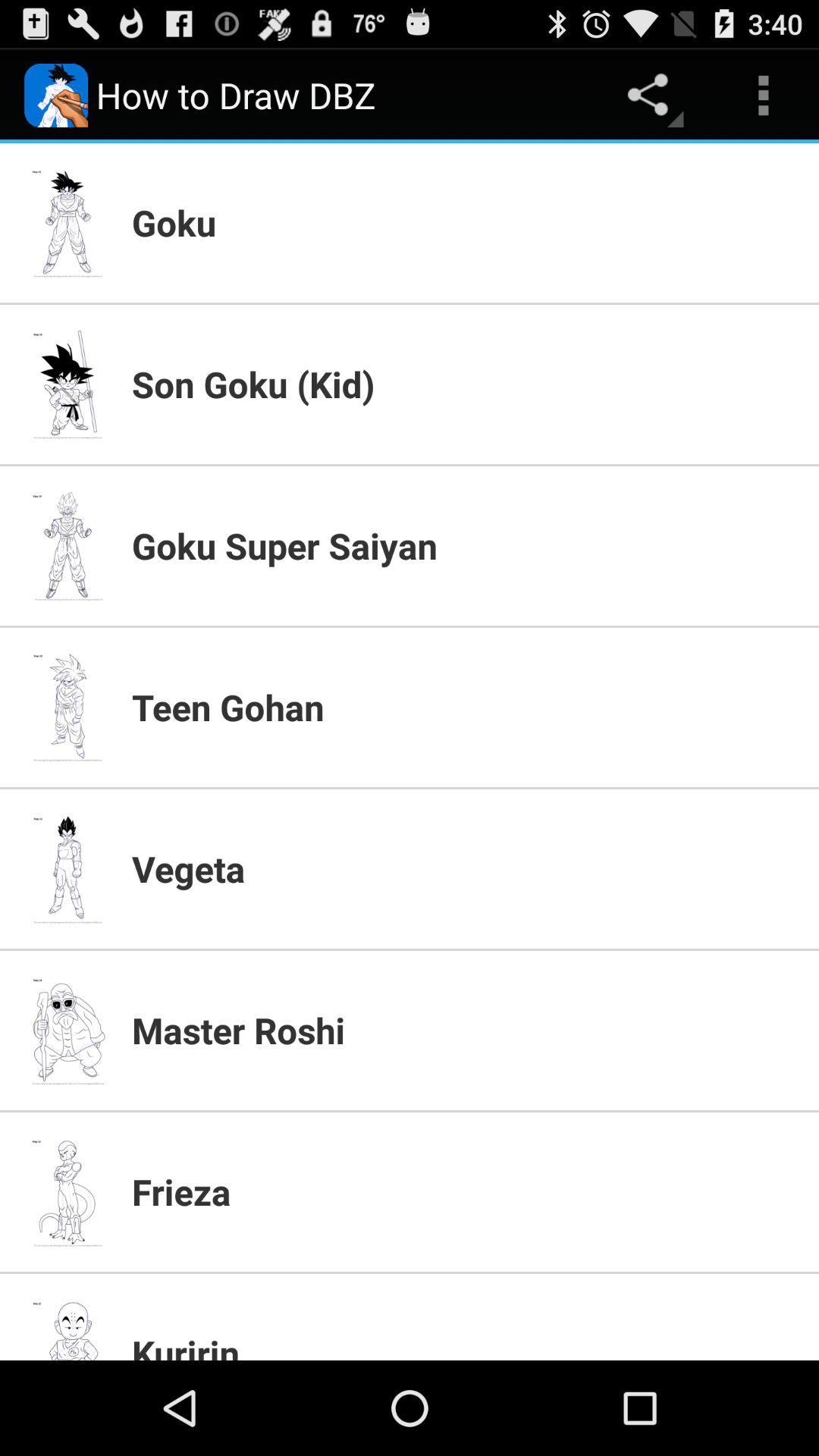 The width and height of the screenshot is (819, 1456). Describe the element at coordinates (465, 868) in the screenshot. I see `item below teen gohan app` at that location.